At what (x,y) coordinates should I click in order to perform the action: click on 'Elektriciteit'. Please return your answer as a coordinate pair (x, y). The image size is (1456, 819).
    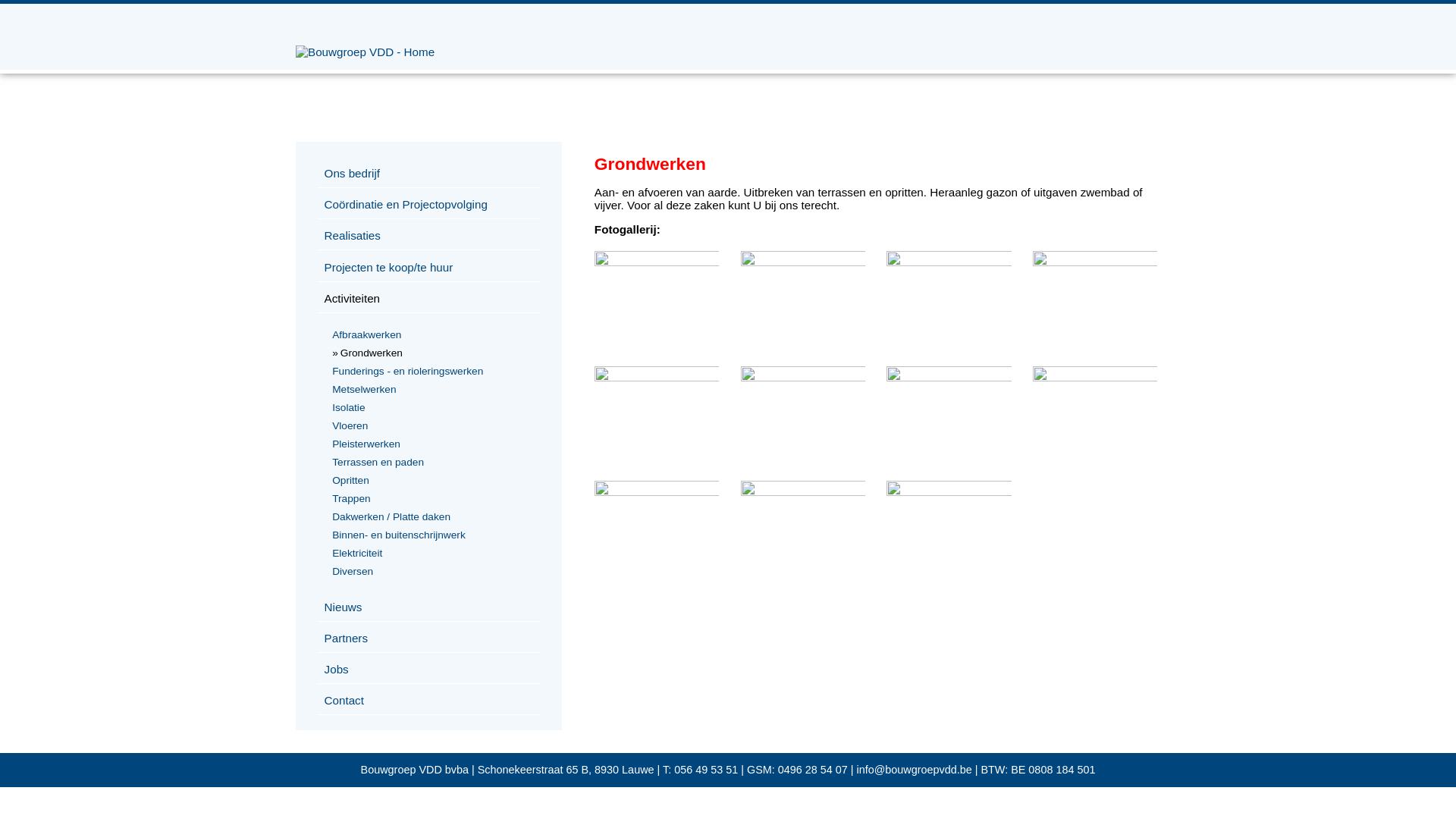
    Looking at the image, I should click on (431, 553).